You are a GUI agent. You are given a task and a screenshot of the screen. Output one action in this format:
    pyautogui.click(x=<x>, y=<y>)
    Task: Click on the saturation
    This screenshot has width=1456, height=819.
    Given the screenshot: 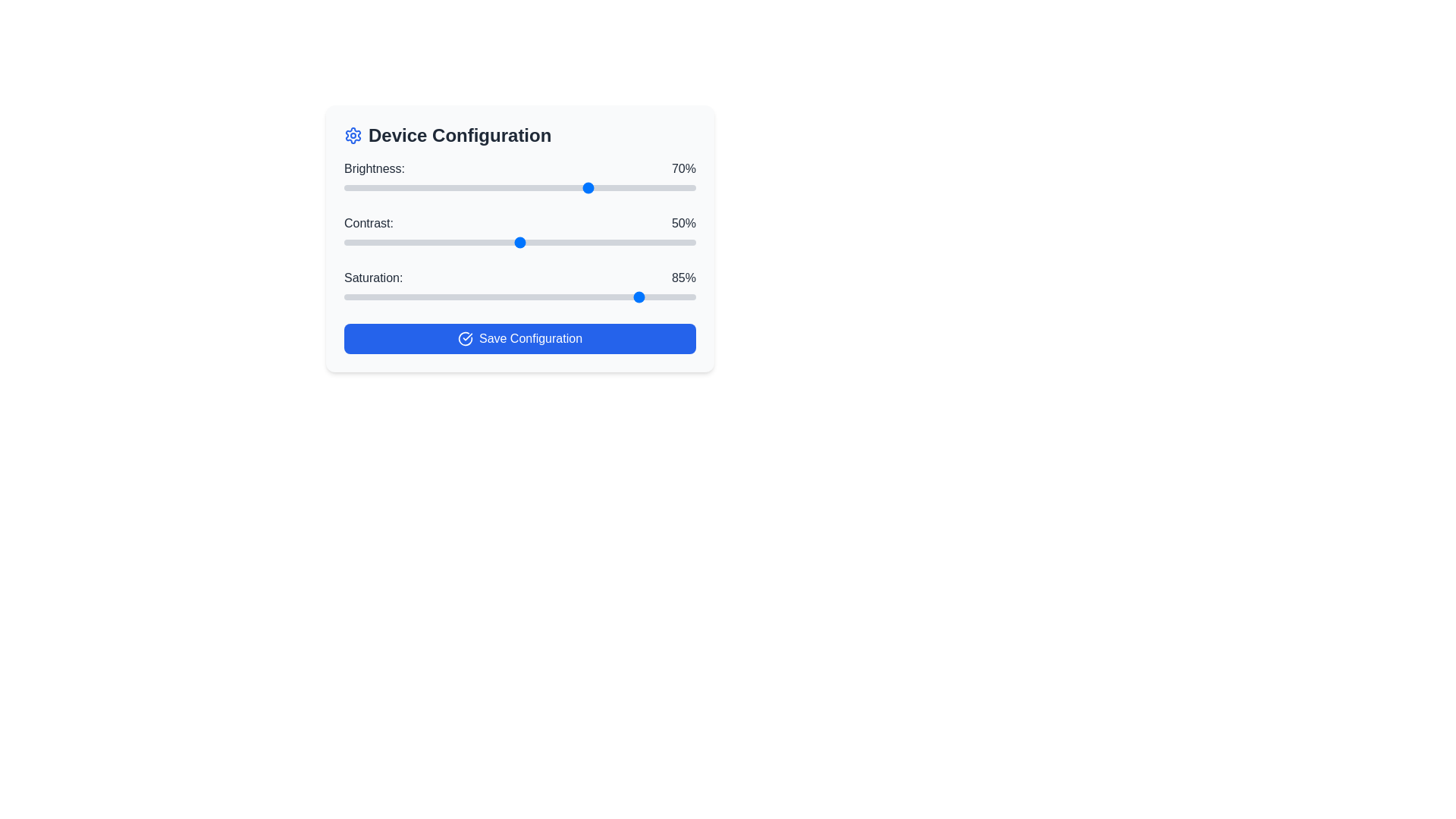 What is the action you would take?
    pyautogui.click(x=622, y=297)
    